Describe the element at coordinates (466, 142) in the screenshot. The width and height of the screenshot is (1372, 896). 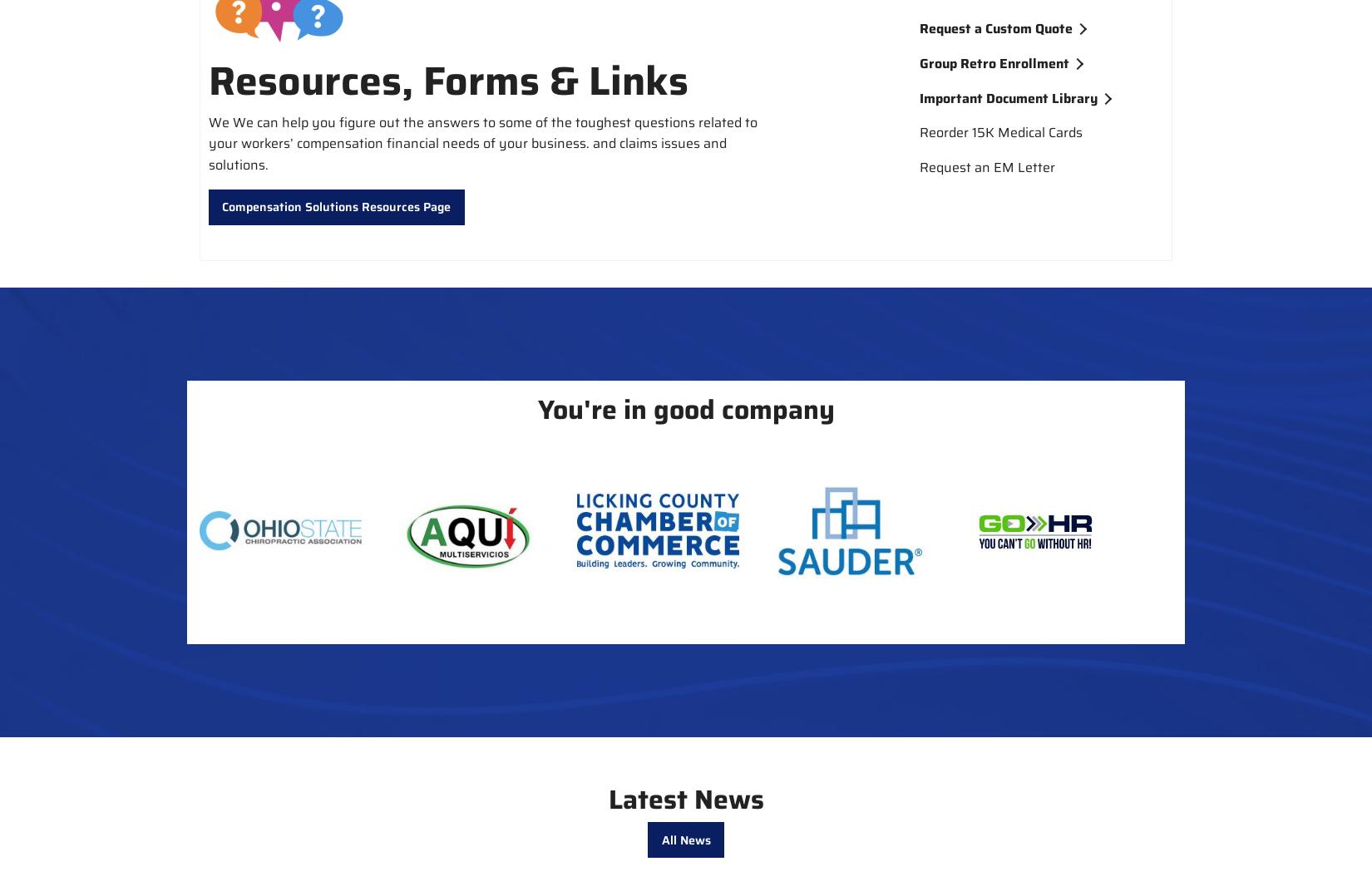
I see `'your workers’ compensation financial needs of your business. and claims issues and'` at that location.